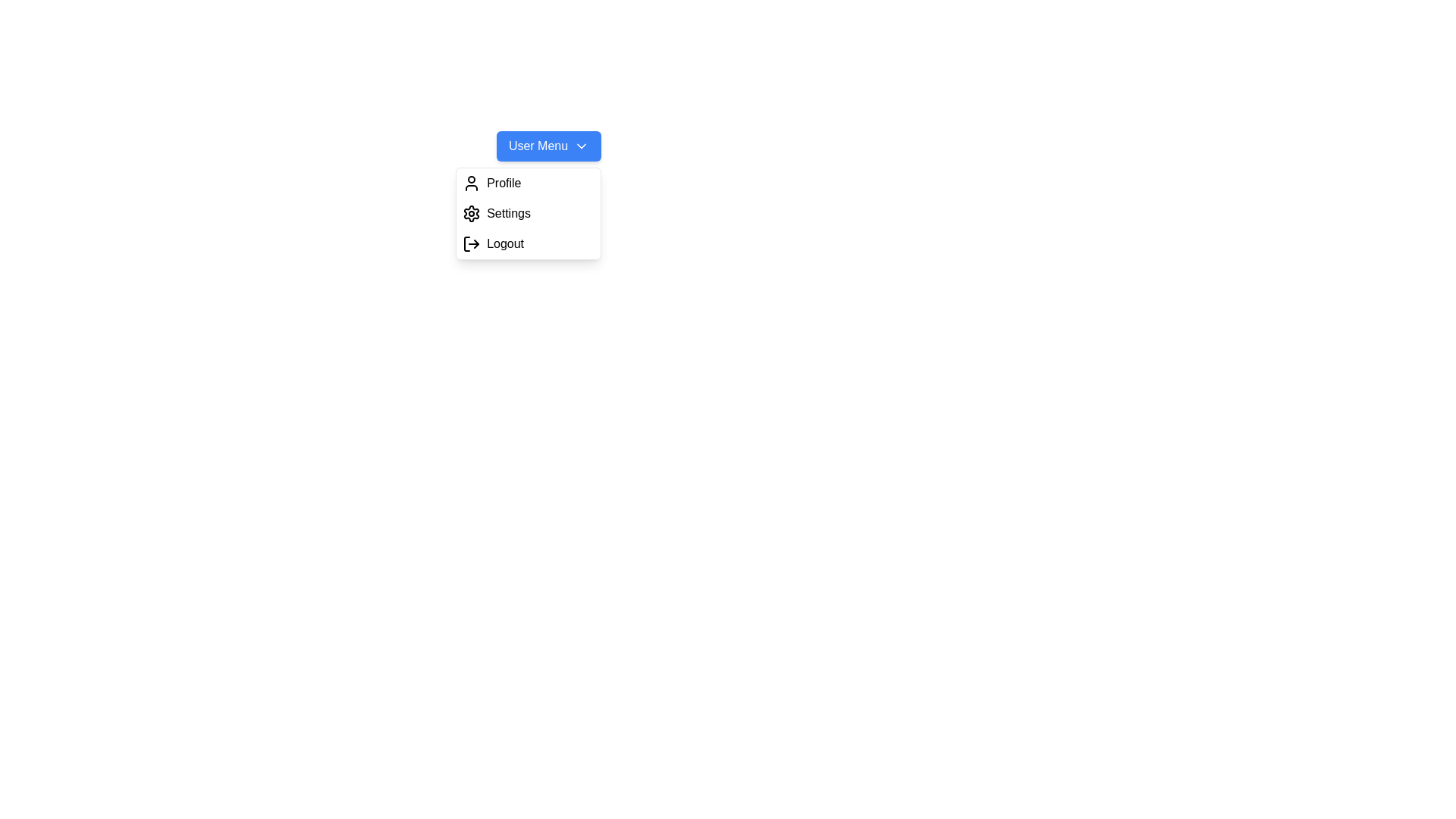  Describe the element at coordinates (529, 243) in the screenshot. I see `the logout button located at the bottom of the vertical dropdown menu, which is the last item after 'Profile' and 'Settings' options` at that location.